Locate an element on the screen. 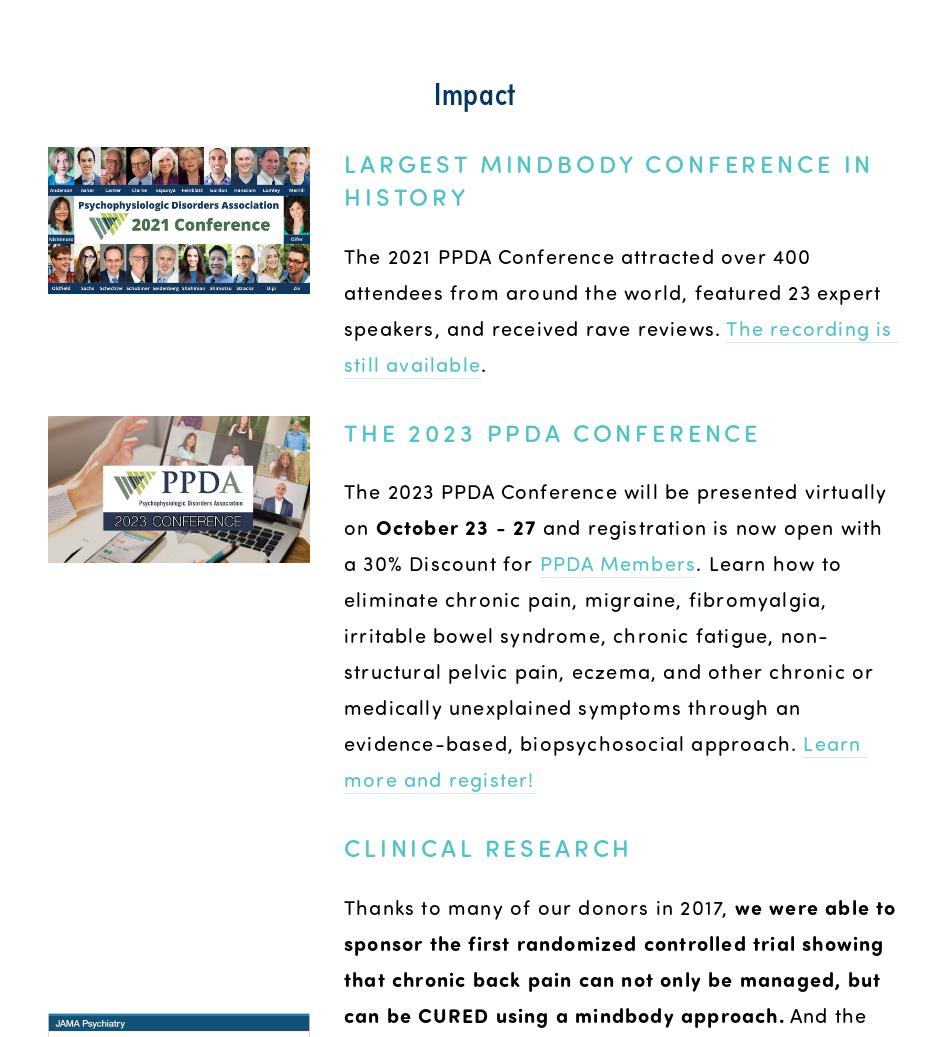 The image size is (950, 1037). 'The 2021 PPDA Conference attracted over 400 attendees from around the world, featured 23 expert speakers, and received rave reviews.' is located at coordinates (615, 289).